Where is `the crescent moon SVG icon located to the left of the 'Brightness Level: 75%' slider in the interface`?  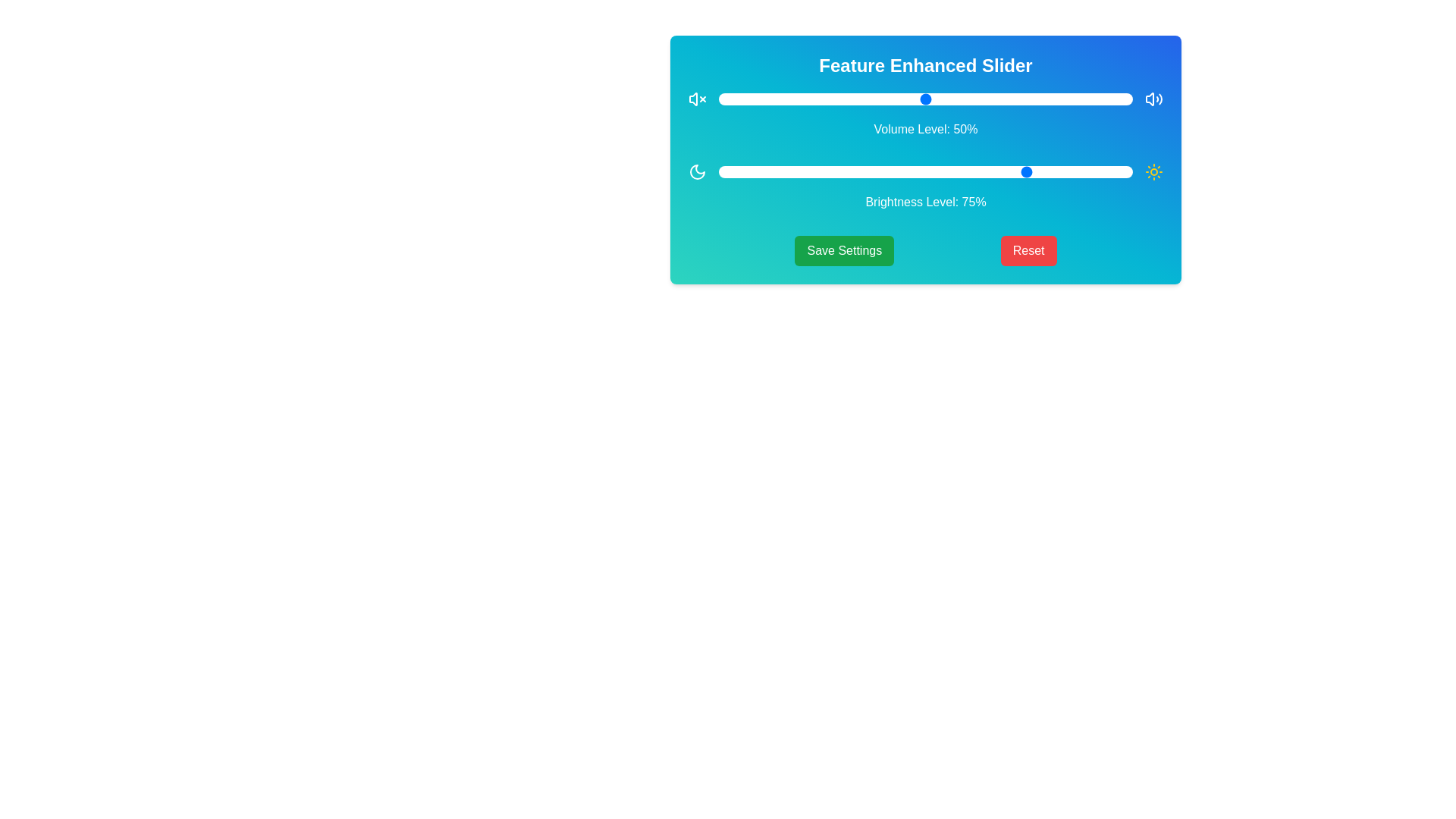 the crescent moon SVG icon located to the left of the 'Brightness Level: 75%' slider in the interface is located at coordinates (697, 171).